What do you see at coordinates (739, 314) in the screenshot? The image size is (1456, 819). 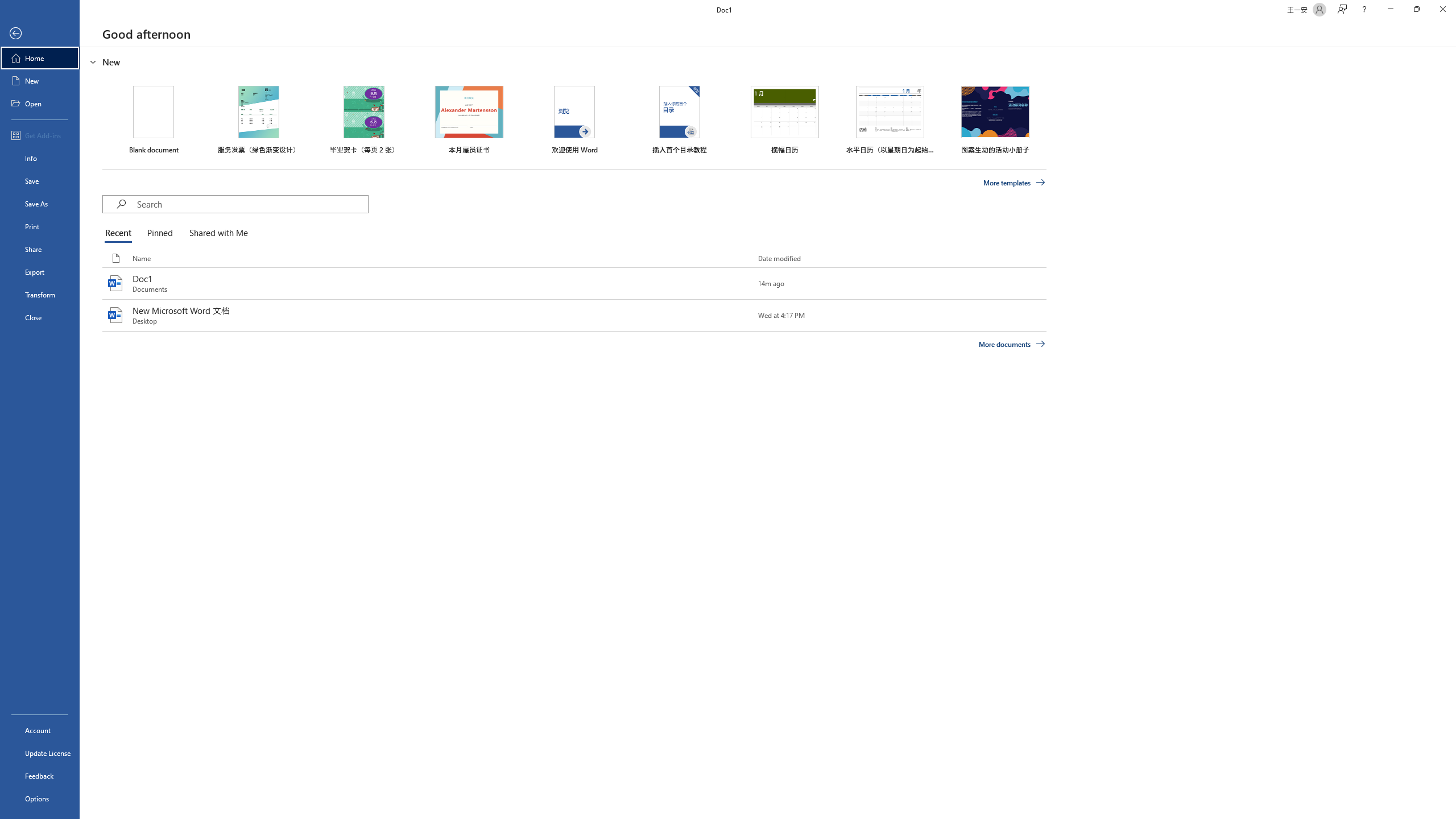 I see `'Pin this item to the list'` at bounding box center [739, 314].